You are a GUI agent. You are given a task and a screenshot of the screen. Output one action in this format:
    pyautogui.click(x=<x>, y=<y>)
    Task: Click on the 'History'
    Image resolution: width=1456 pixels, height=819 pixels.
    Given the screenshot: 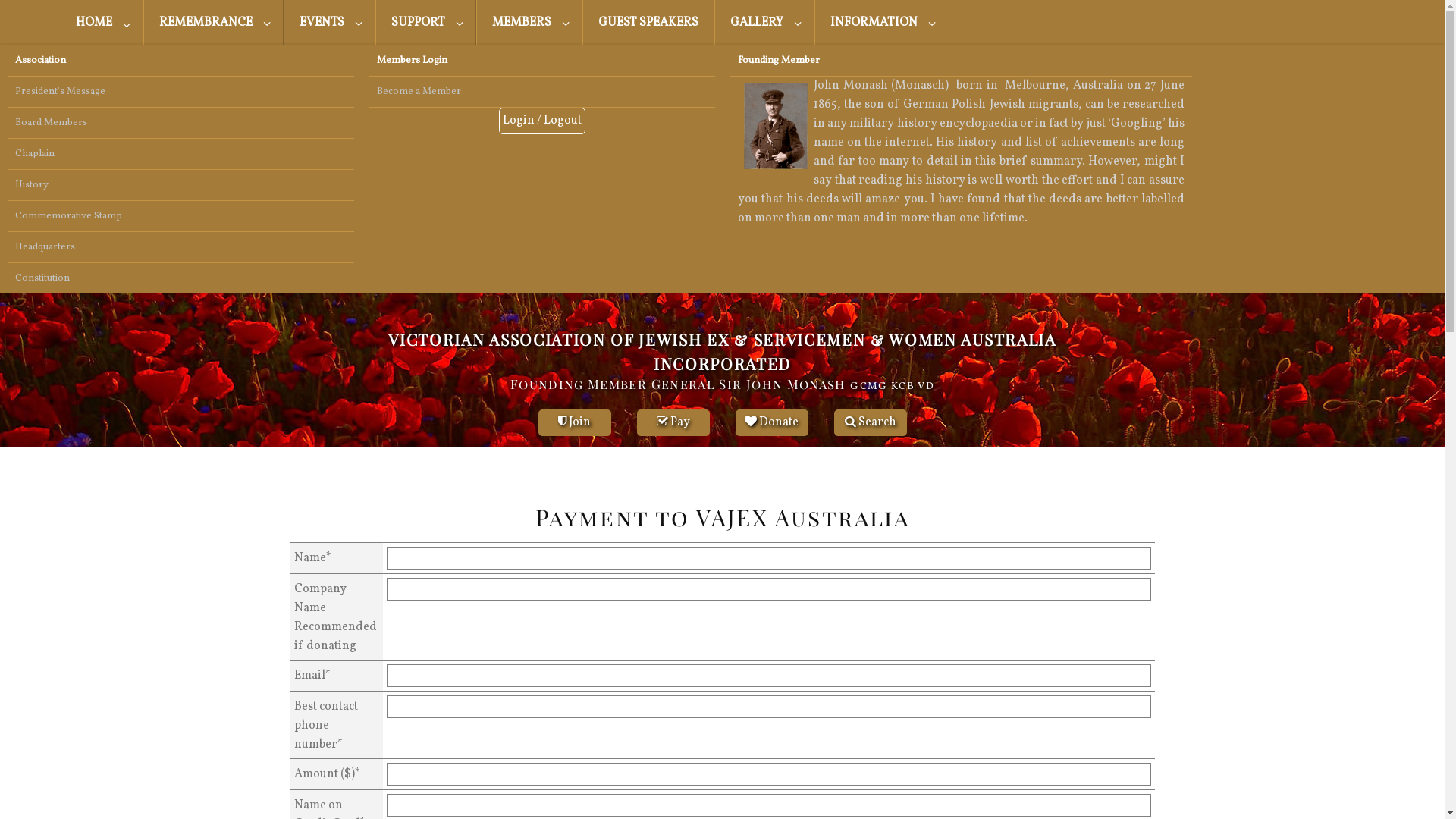 What is the action you would take?
    pyautogui.click(x=180, y=184)
    